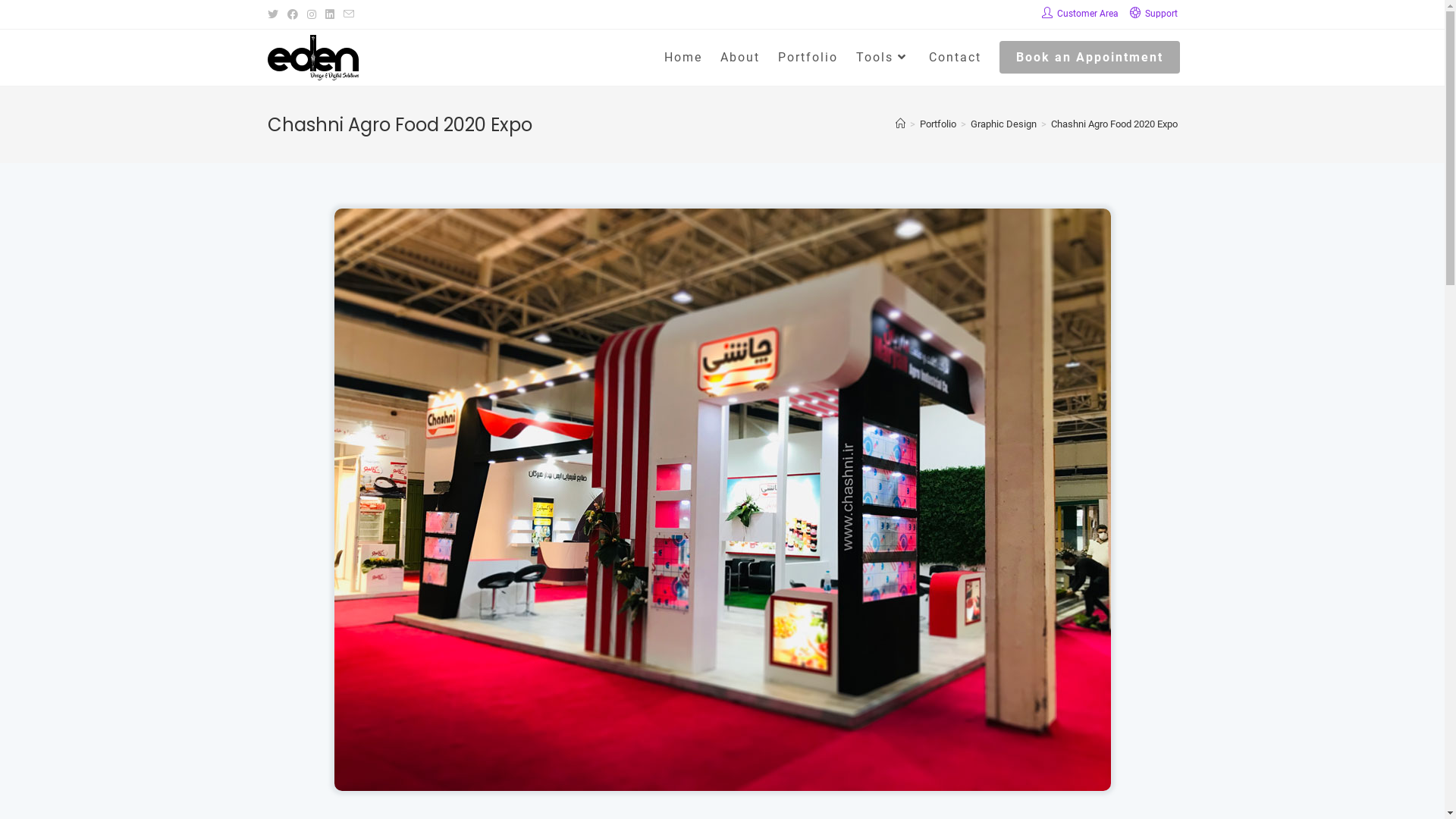  I want to click on 'SEO', so click(836, 672).